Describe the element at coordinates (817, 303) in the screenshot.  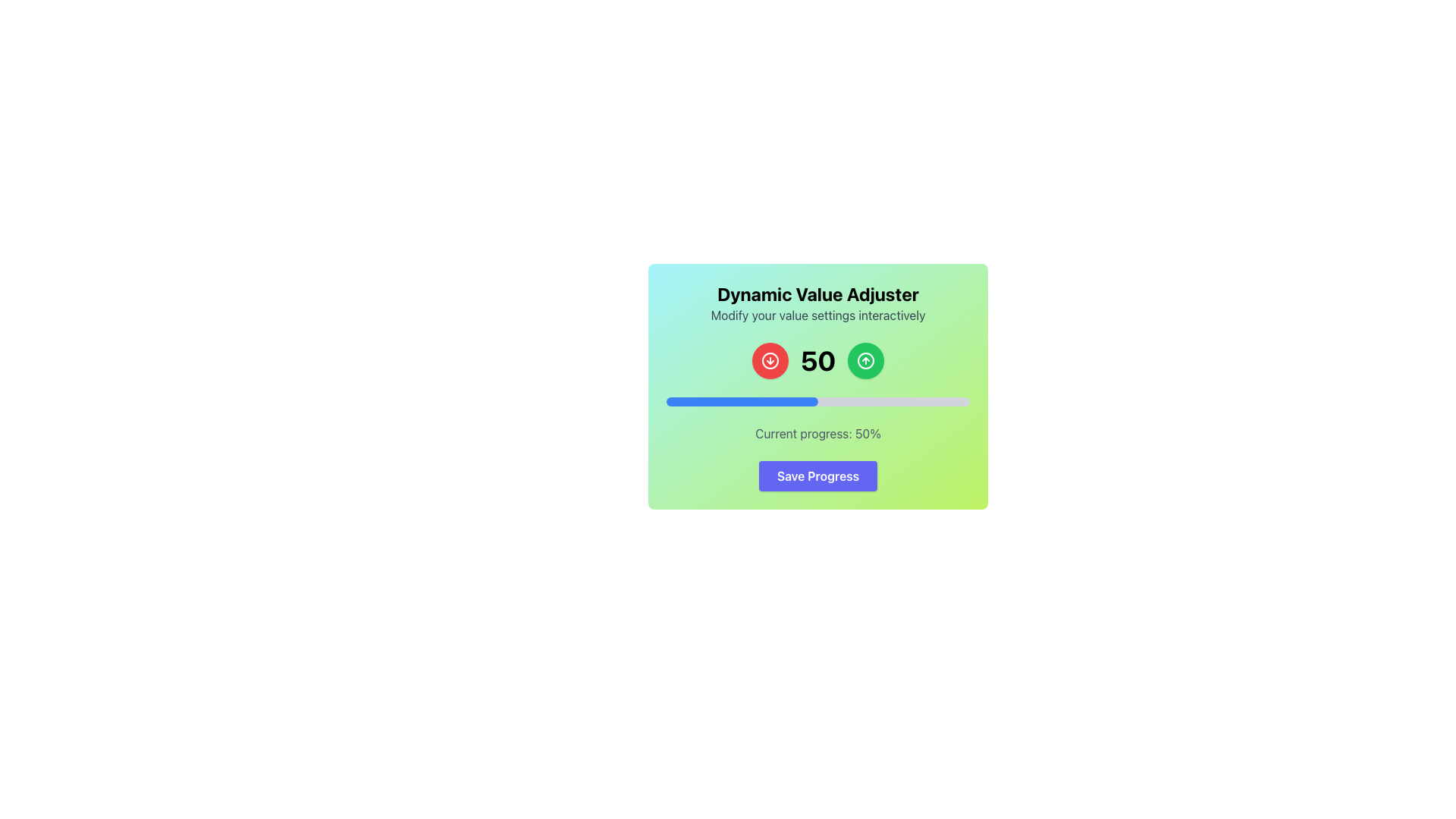
I see `text displayed in the Text Display Component which shows 'Dynamic Value Adjuster' and 'Modify your value settings interactively'` at that location.